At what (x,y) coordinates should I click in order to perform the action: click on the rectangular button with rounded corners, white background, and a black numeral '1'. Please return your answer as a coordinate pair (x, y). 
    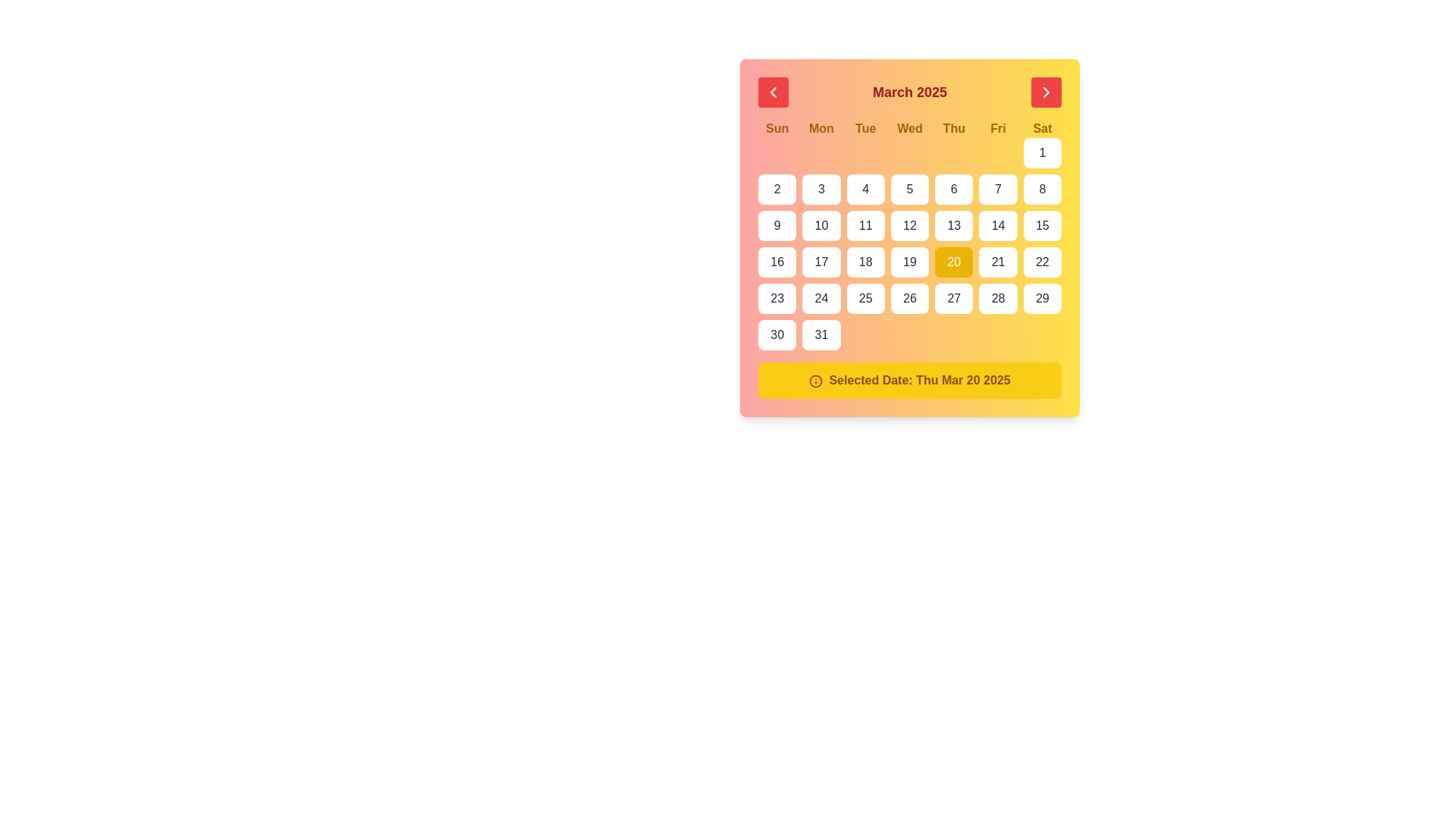
    Looking at the image, I should click on (1041, 152).